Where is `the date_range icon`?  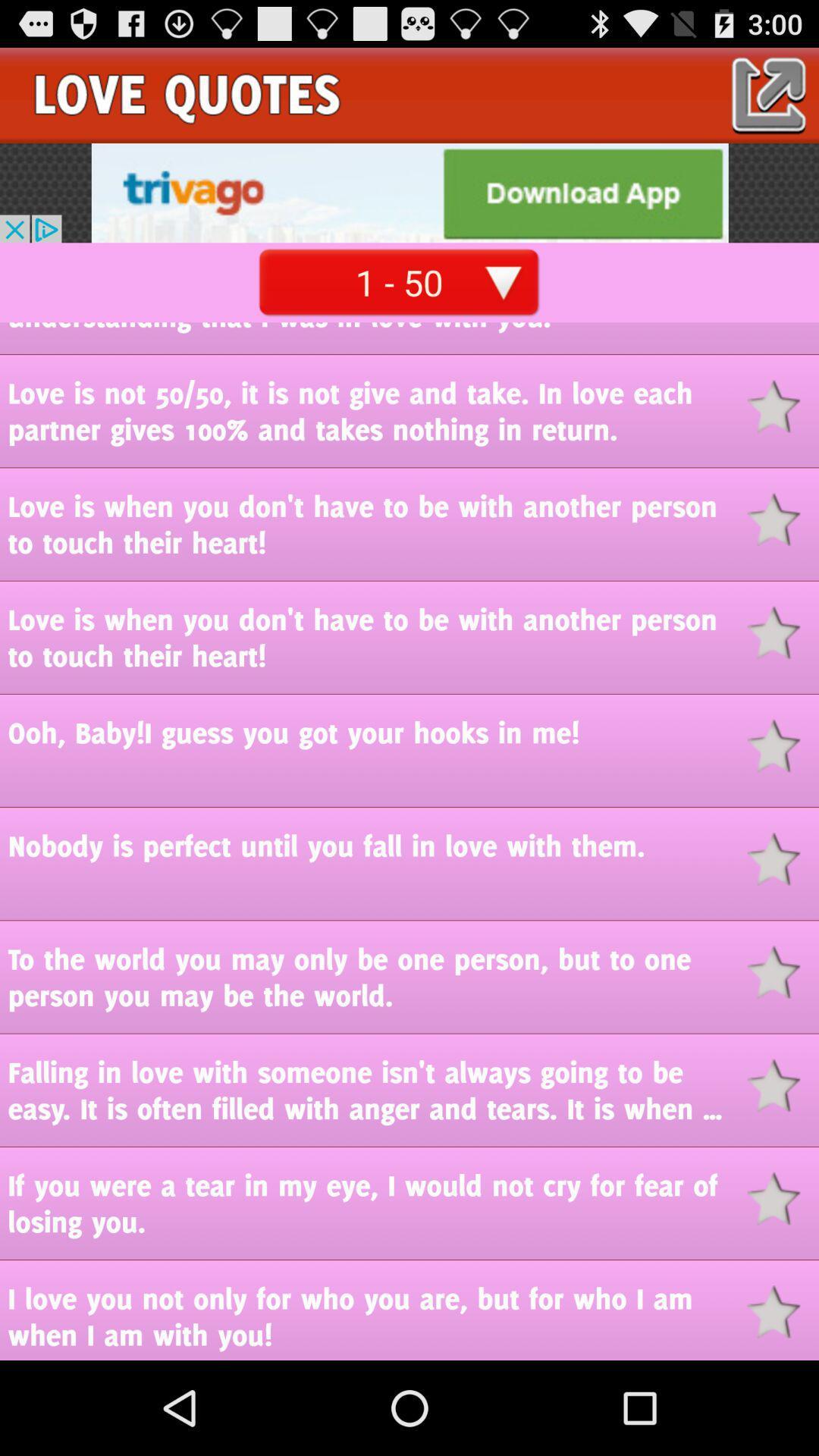
the date_range icon is located at coordinates (188, 101).